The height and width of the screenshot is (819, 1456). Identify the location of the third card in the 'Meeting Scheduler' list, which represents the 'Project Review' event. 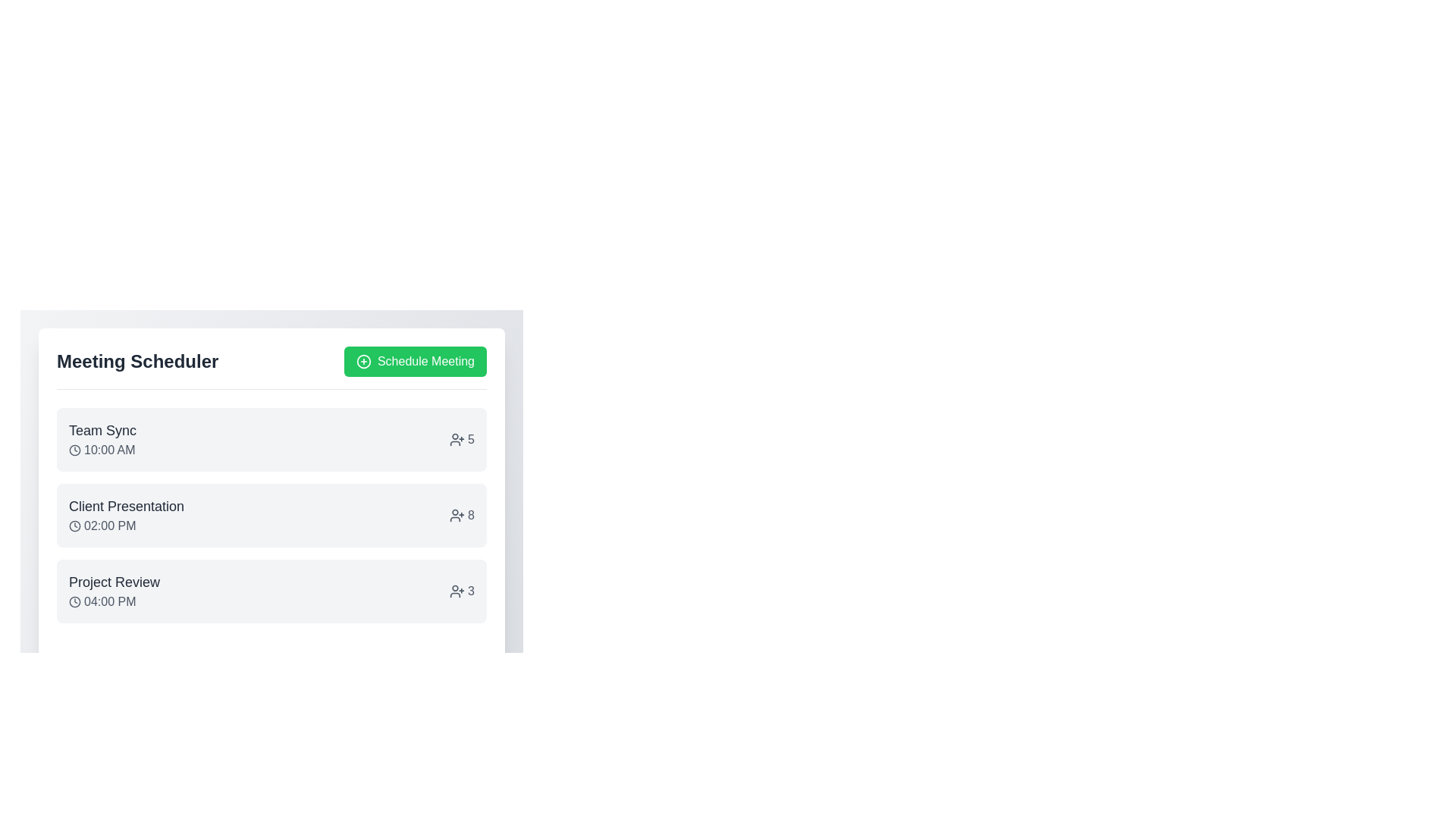
(271, 590).